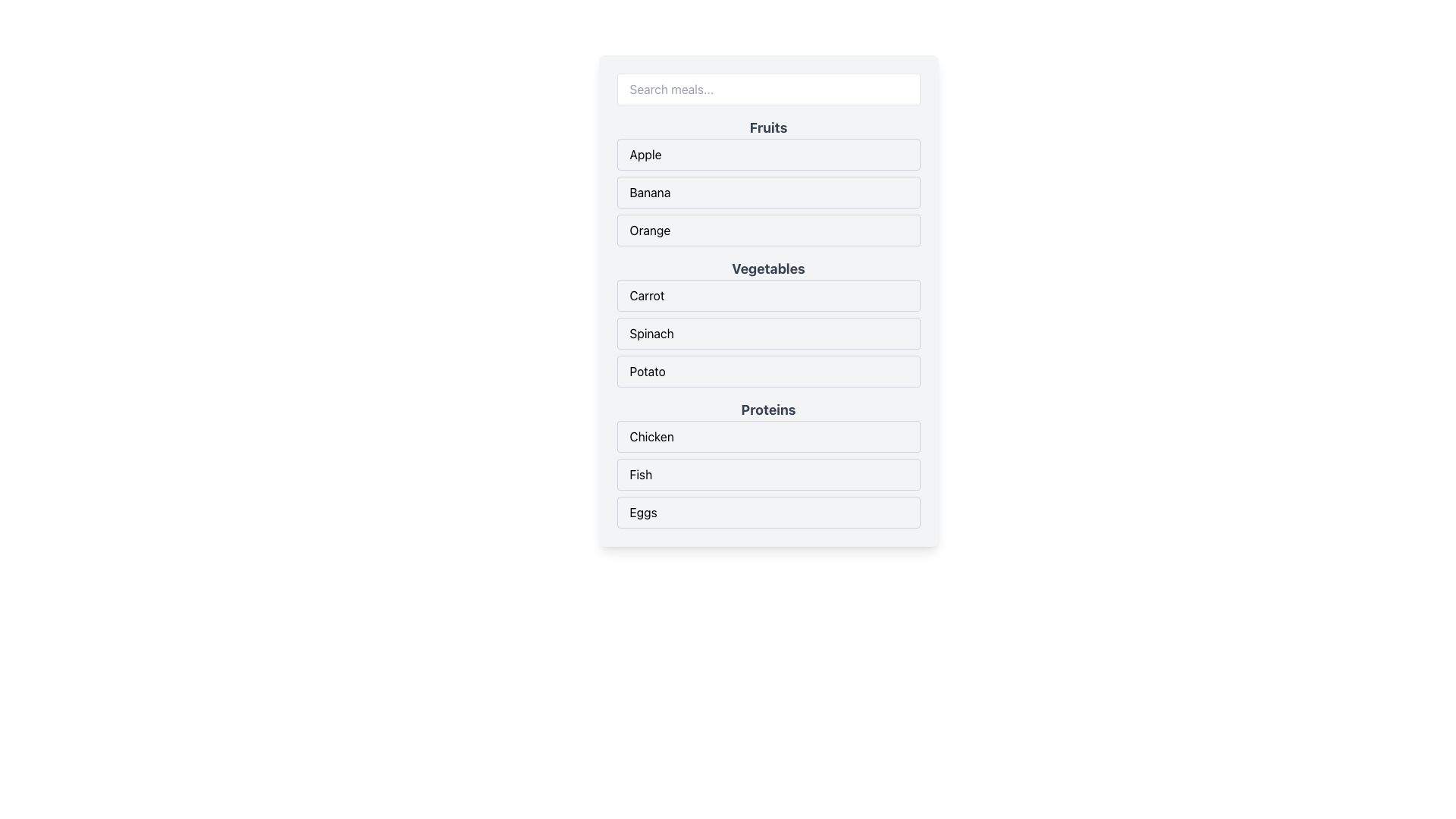  What do you see at coordinates (641, 473) in the screenshot?
I see `the text label displaying the word 'Fish', which is the second item in the 'Proteins' section of the vertical list layout` at bounding box center [641, 473].